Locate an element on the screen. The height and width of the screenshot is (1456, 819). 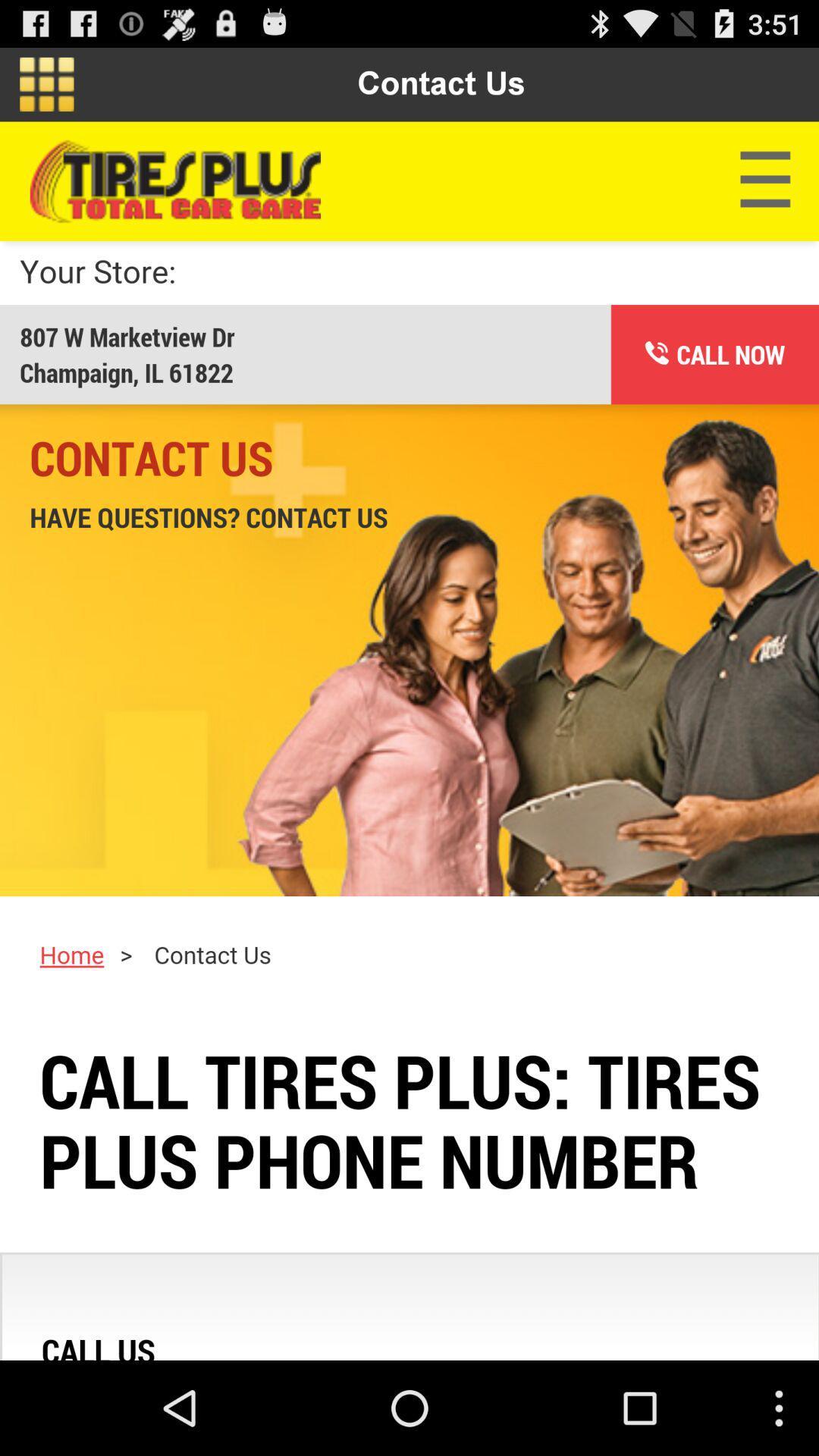
the dashboard icon is located at coordinates (45, 89).